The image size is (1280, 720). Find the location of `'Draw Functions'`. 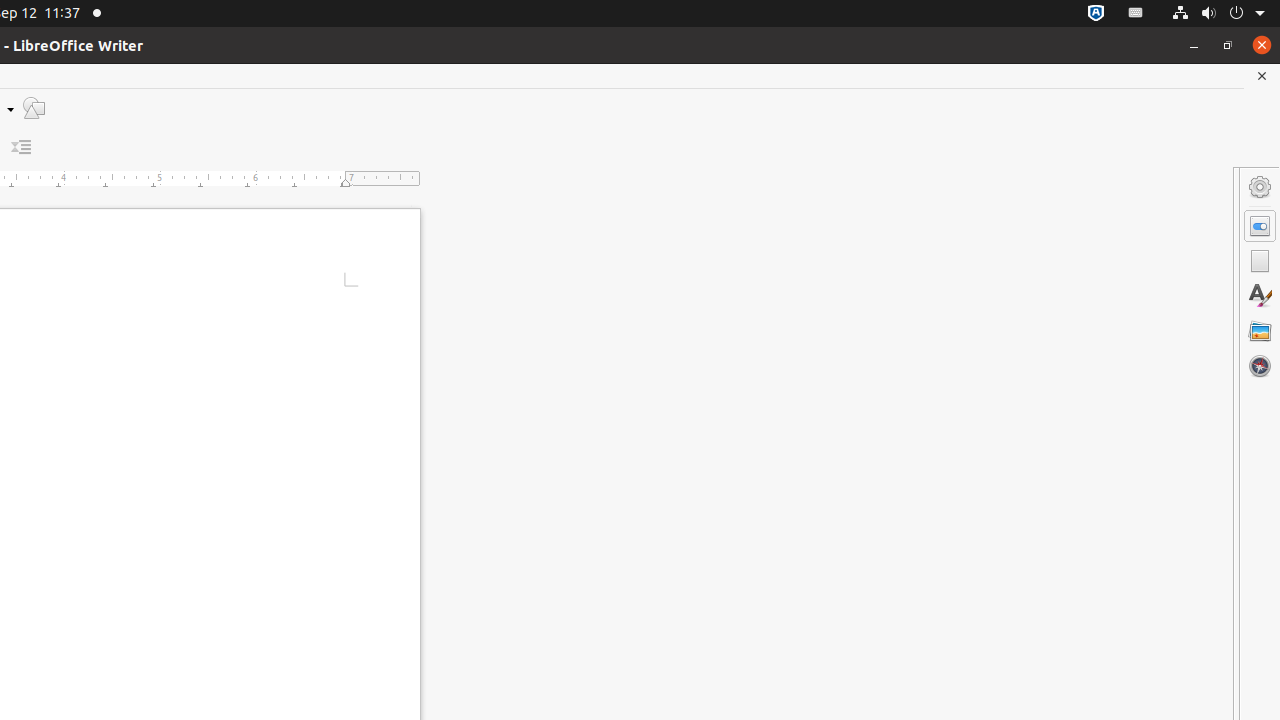

'Draw Functions' is located at coordinates (33, 108).